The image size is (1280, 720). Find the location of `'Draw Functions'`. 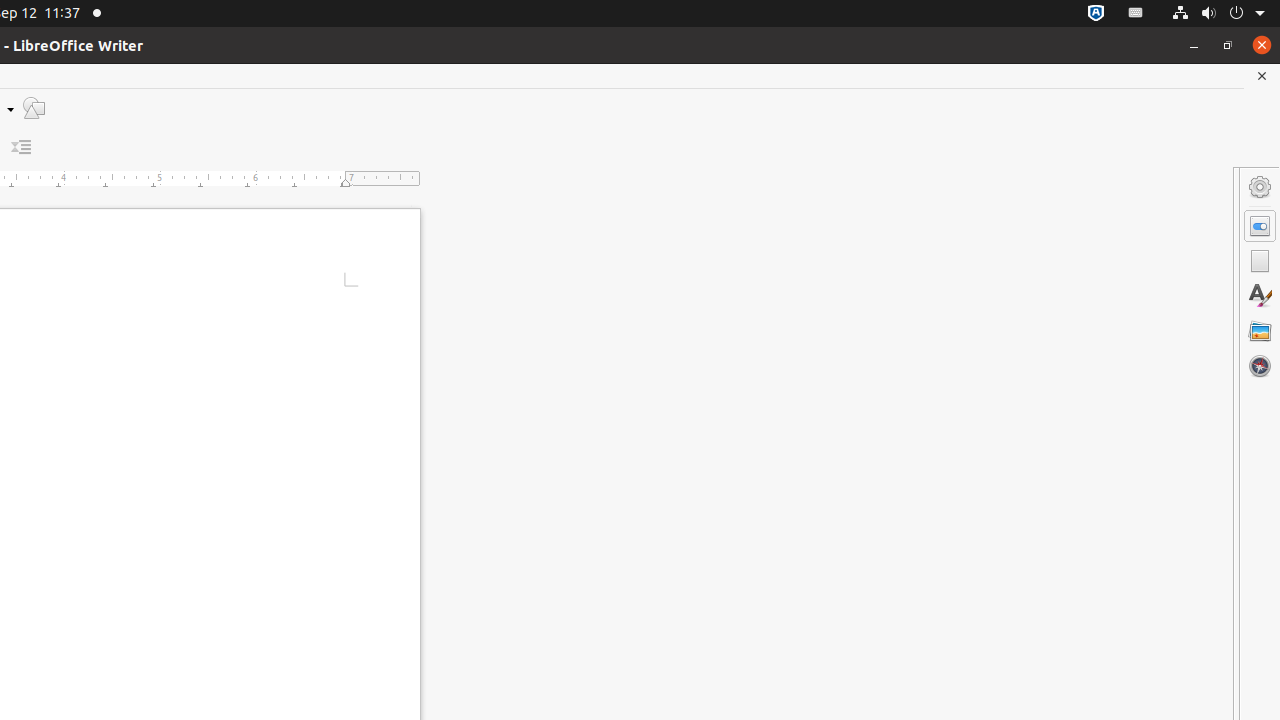

'Draw Functions' is located at coordinates (33, 108).